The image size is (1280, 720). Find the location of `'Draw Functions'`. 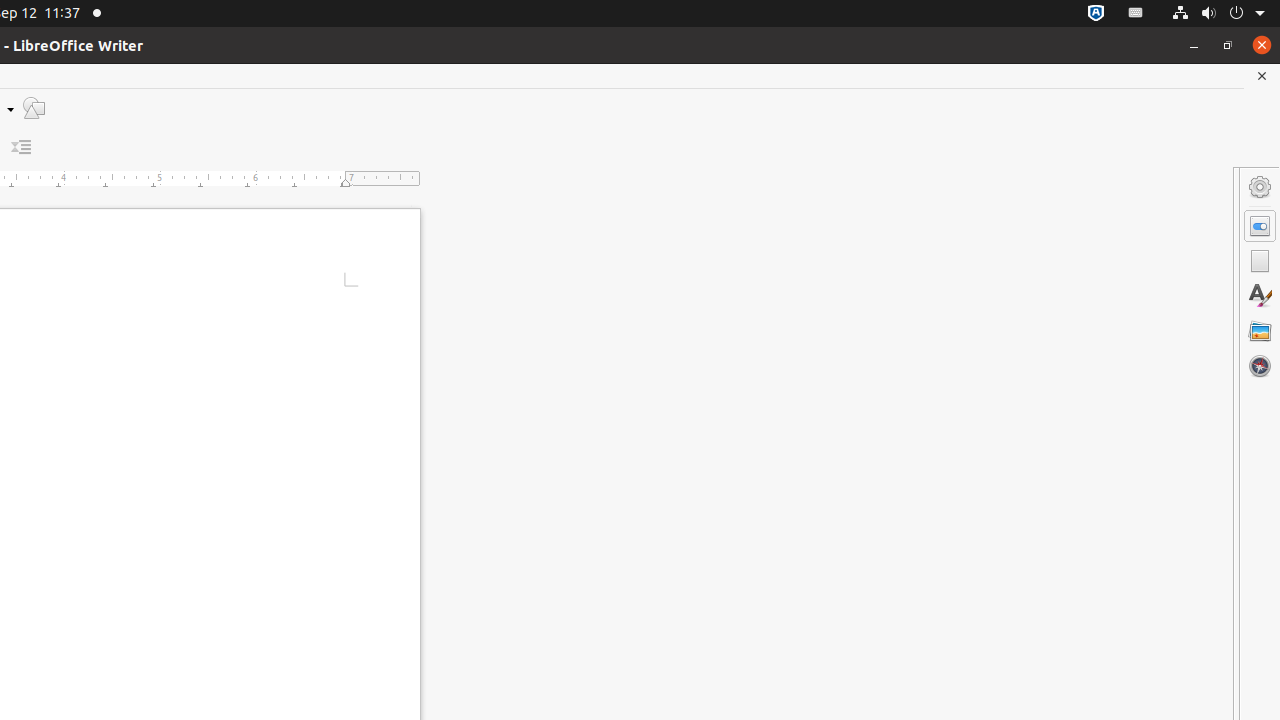

'Draw Functions' is located at coordinates (33, 108).